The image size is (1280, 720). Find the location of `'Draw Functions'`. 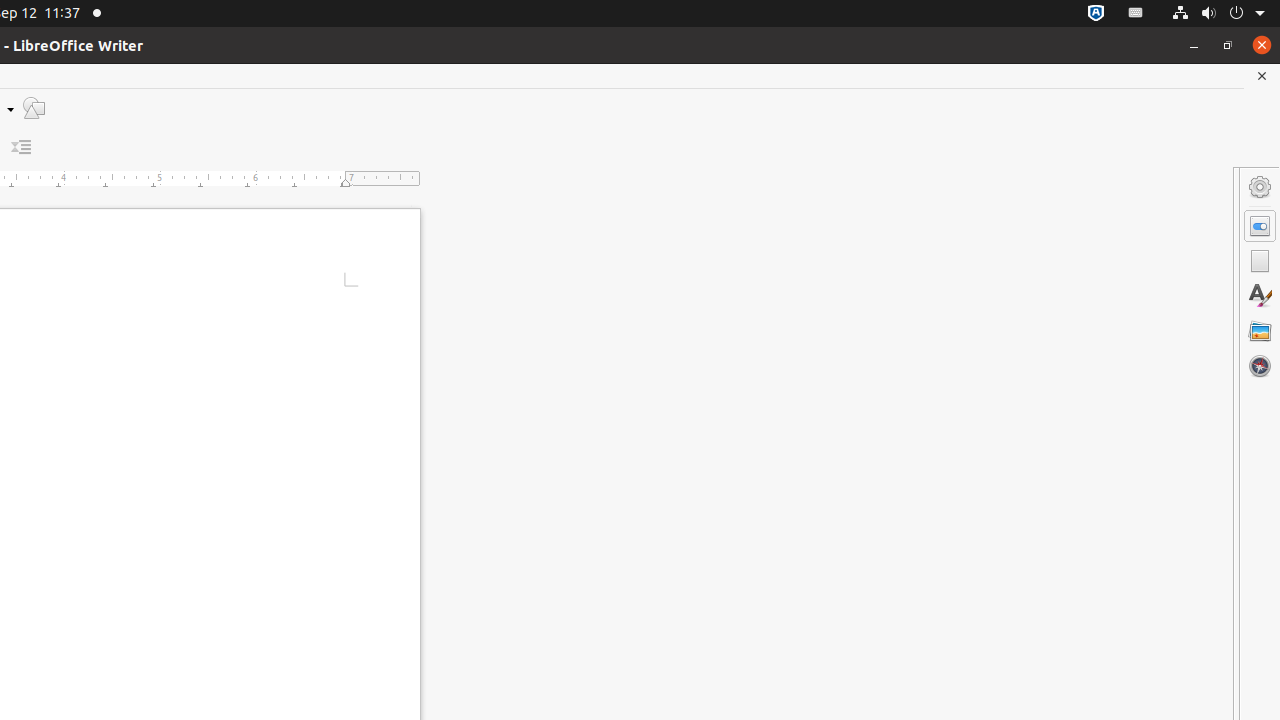

'Draw Functions' is located at coordinates (33, 108).